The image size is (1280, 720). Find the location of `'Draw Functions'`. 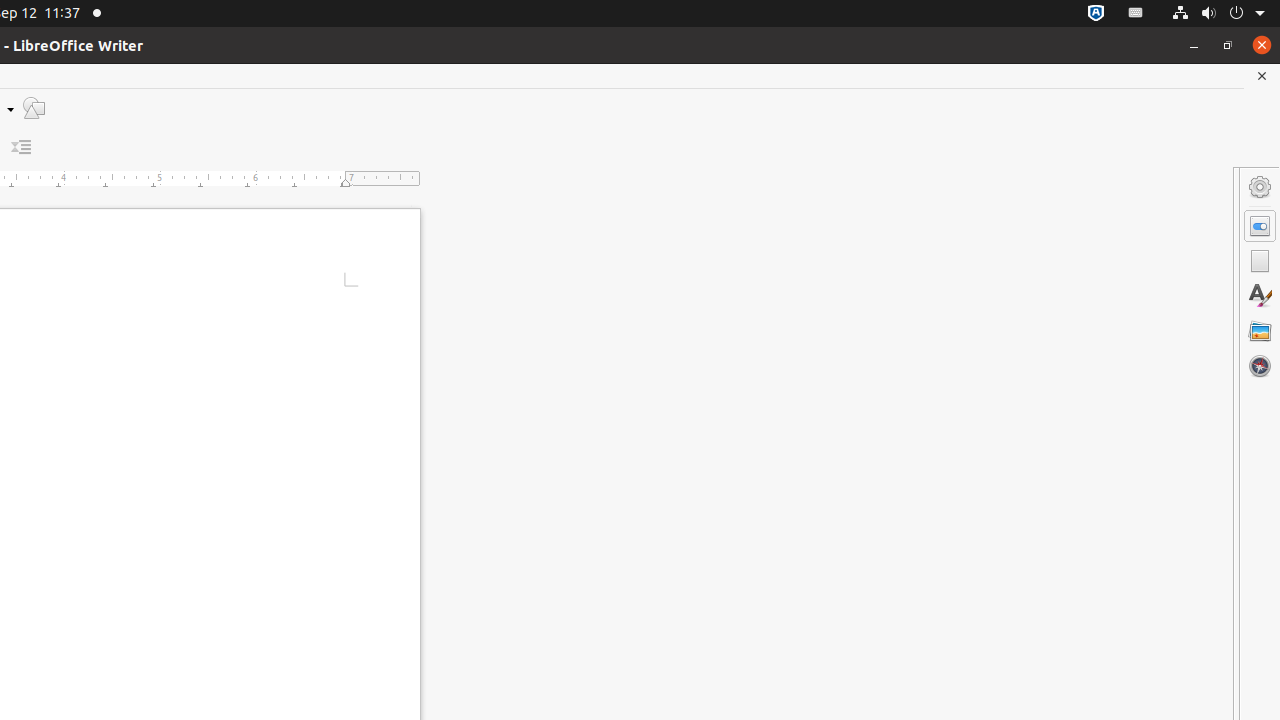

'Draw Functions' is located at coordinates (33, 108).